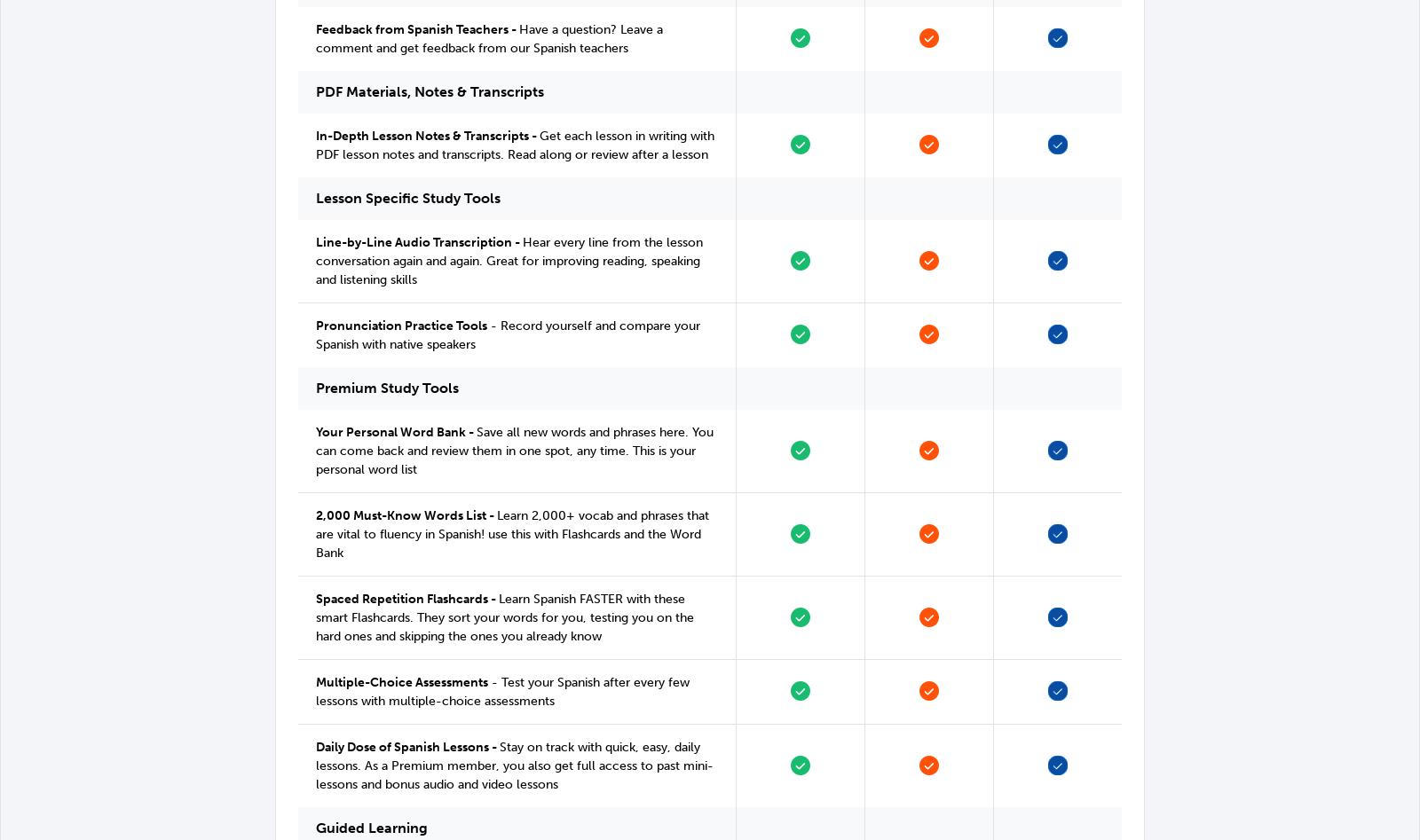  I want to click on 'Hear every line from the lesson conversation again and again. Great for improving reading, speaking and listening skills', so click(509, 260).